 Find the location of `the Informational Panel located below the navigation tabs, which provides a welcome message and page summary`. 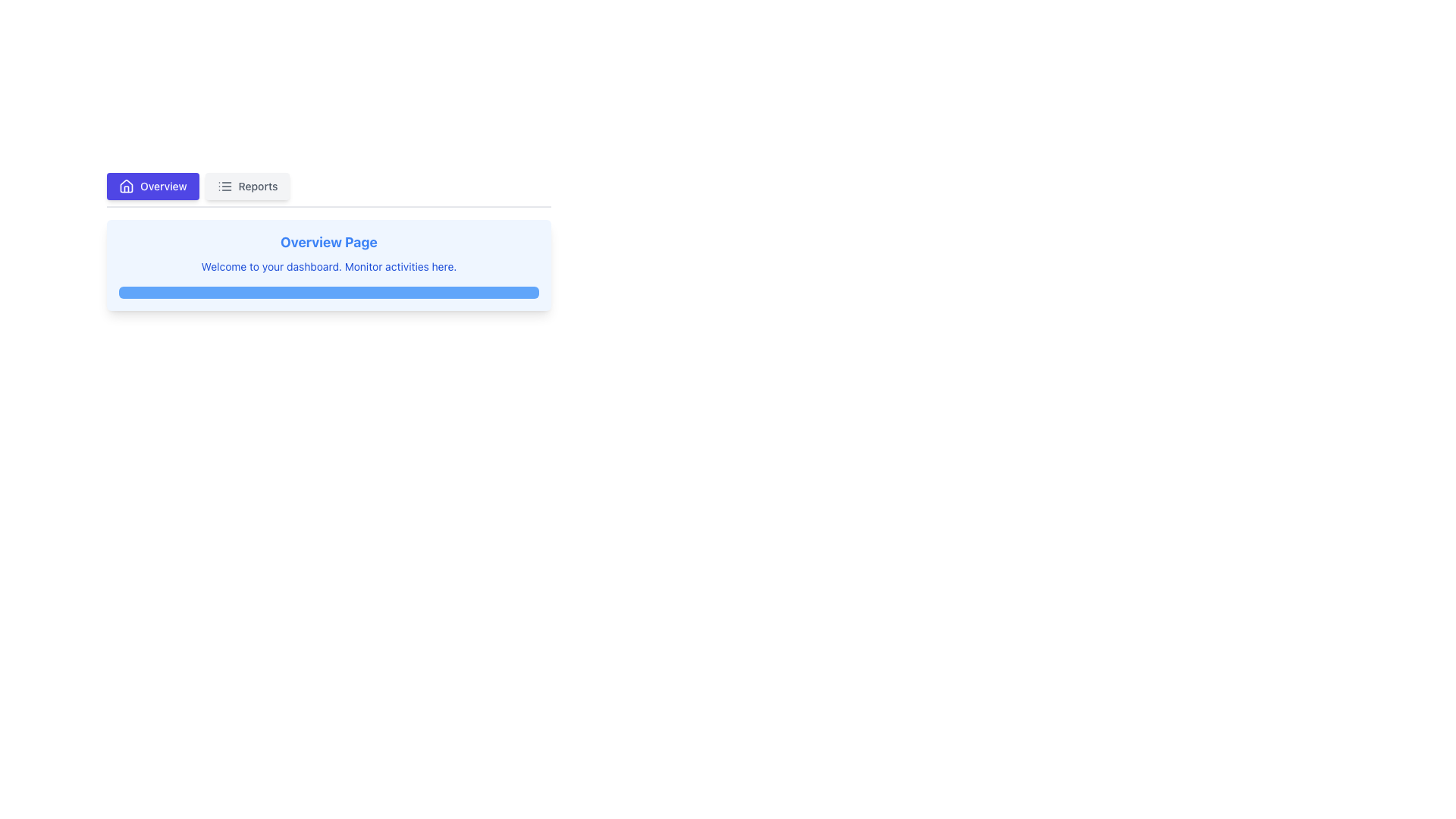

the Informational Panel located below the navigation tabs, which provides a welcome message and page summary is located at coordinates (328, 265).